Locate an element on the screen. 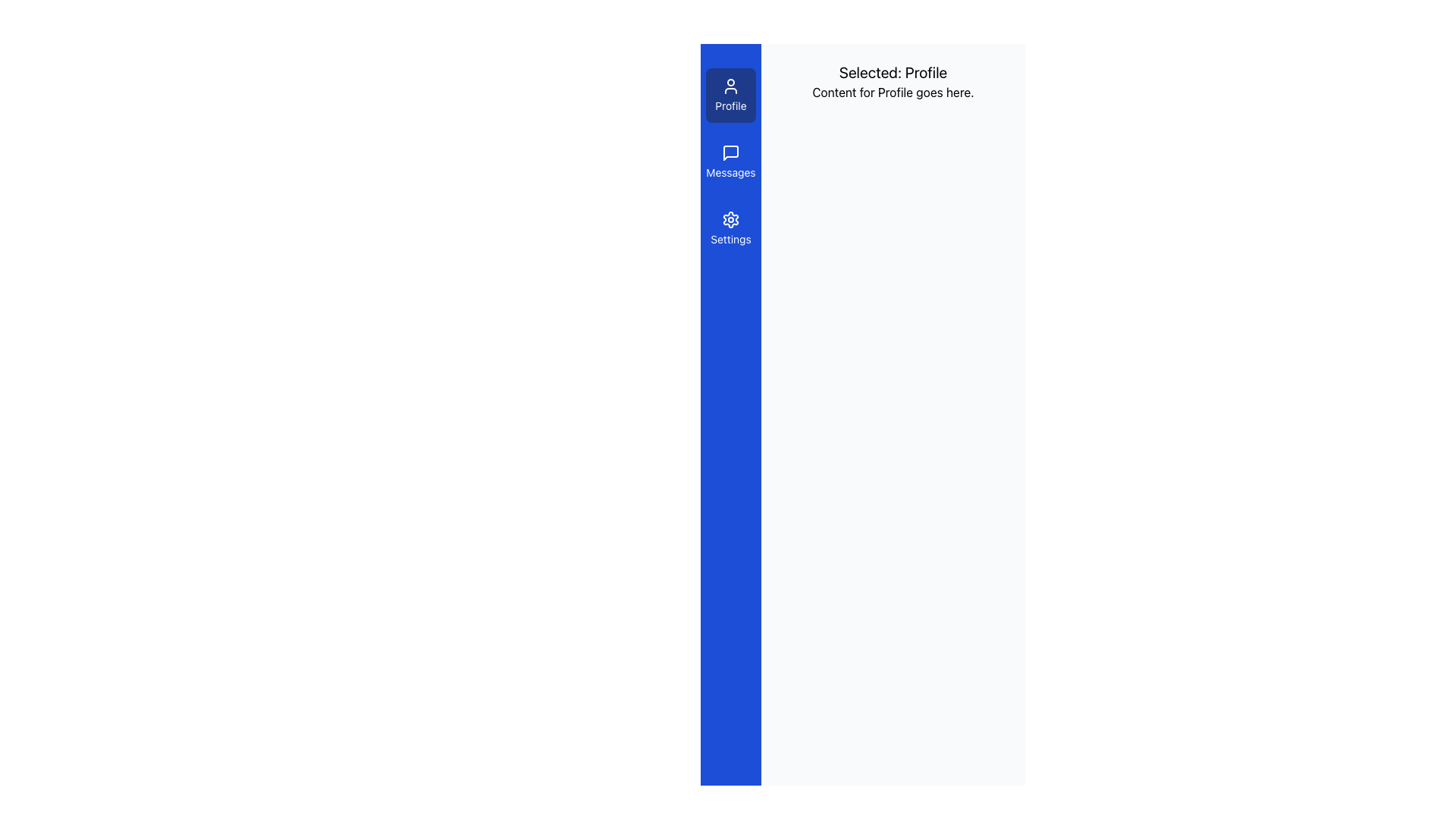 The image size is (1456, 819). the 'Messages' button located in the sidebar menu, which is positioned directly below the 'Profile' option and above the 'Settings' option is located at coordinates (731, 162).